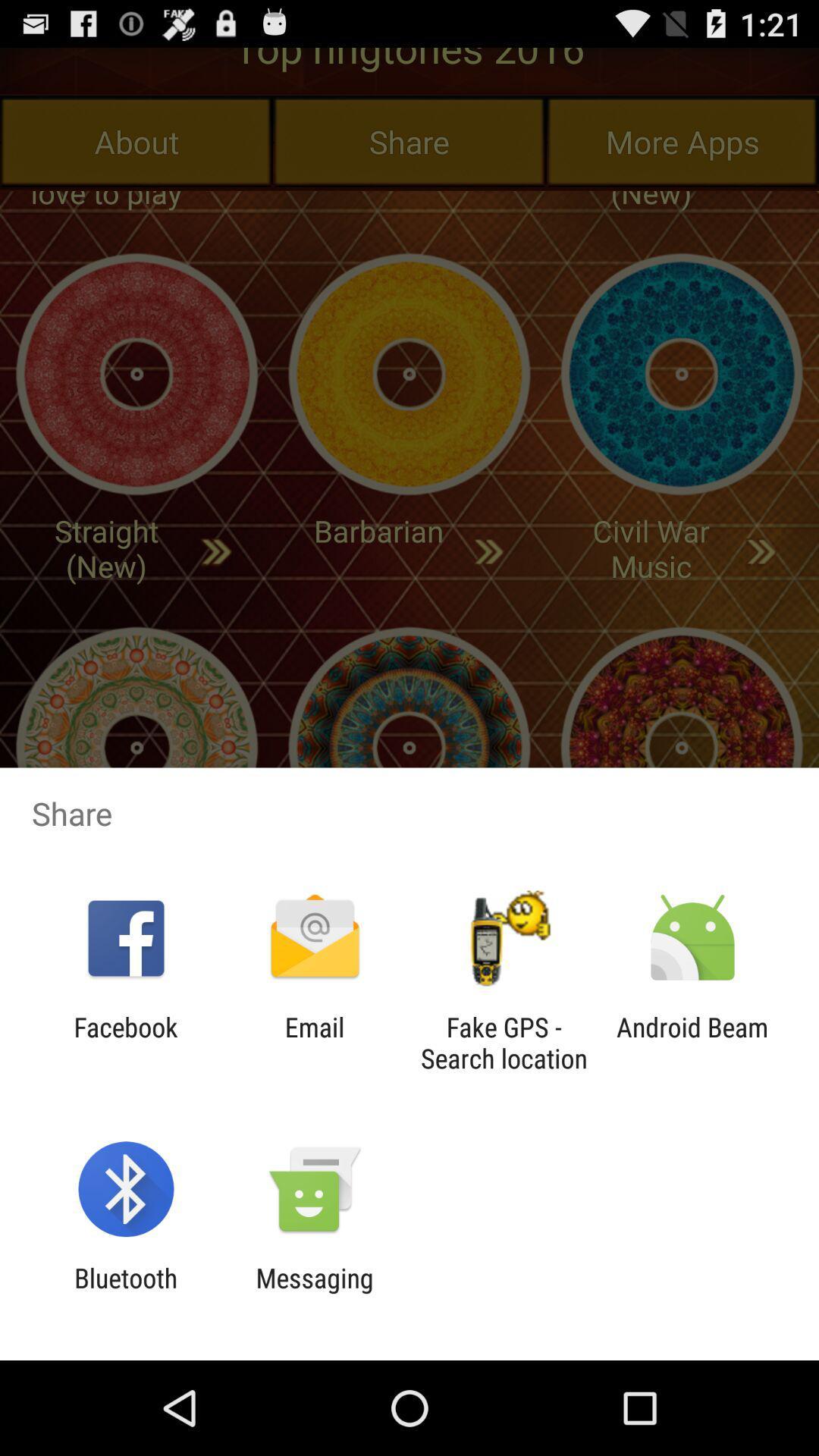 Image resolution: width=819 pixels, height=1456 pixels. Describe the element at coordinates (692, 1042) in the screenshot. I see `item next to fake gps search` at that location.